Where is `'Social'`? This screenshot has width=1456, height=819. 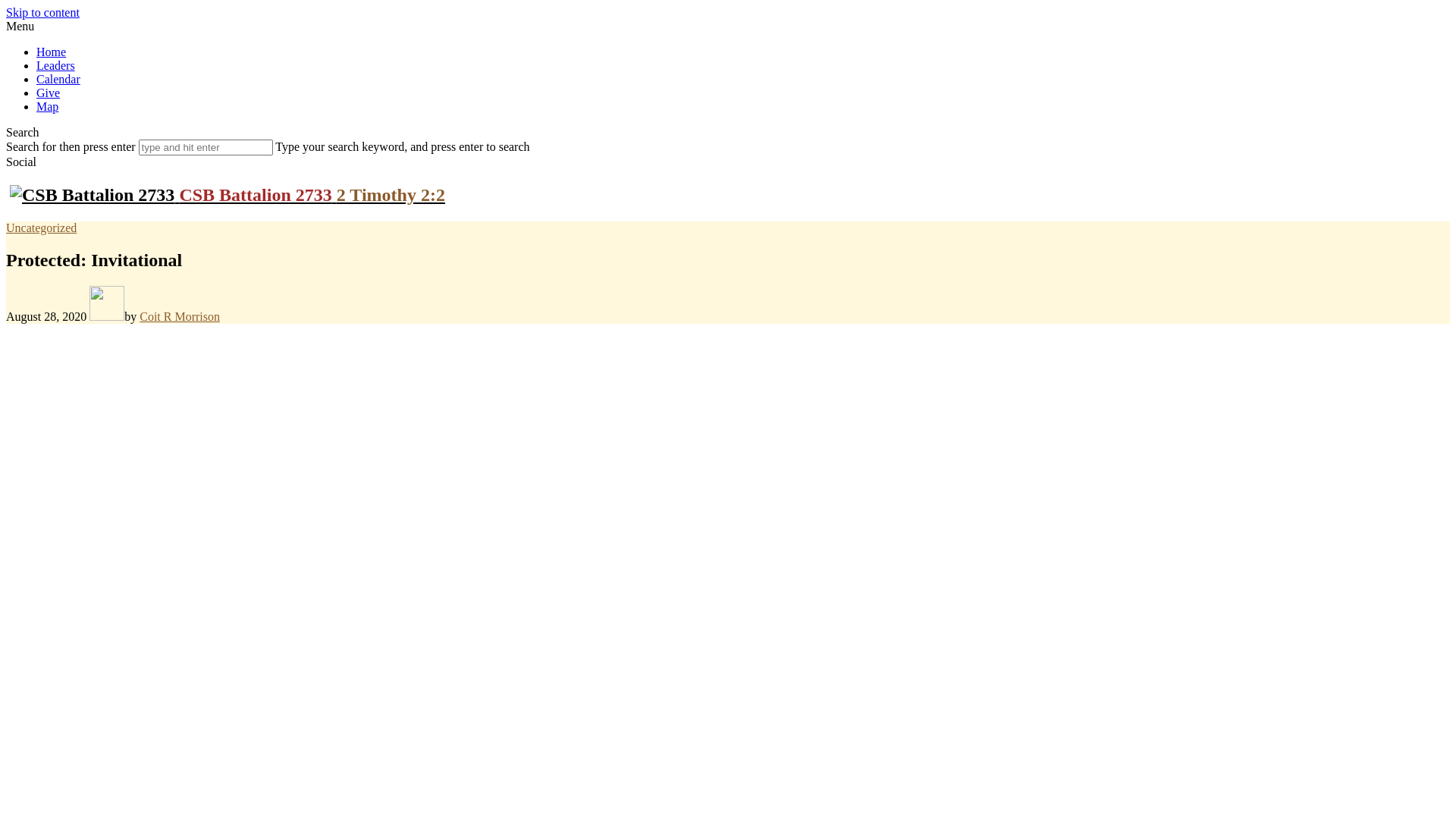 'Social' is located at coordinates (21, 162).